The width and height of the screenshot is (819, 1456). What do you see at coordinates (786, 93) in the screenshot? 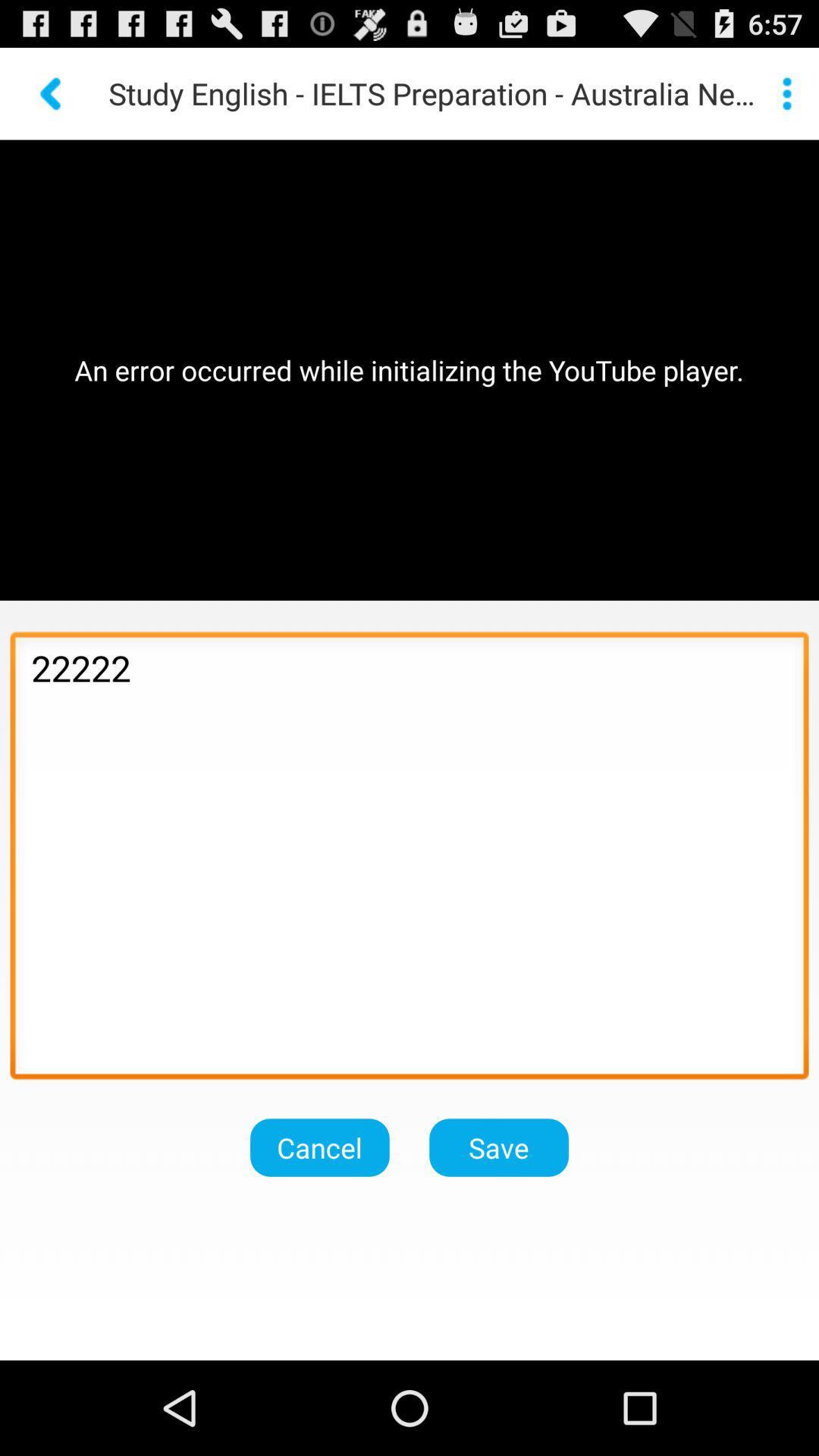
I see `more info` at bounding box center [786, 93].